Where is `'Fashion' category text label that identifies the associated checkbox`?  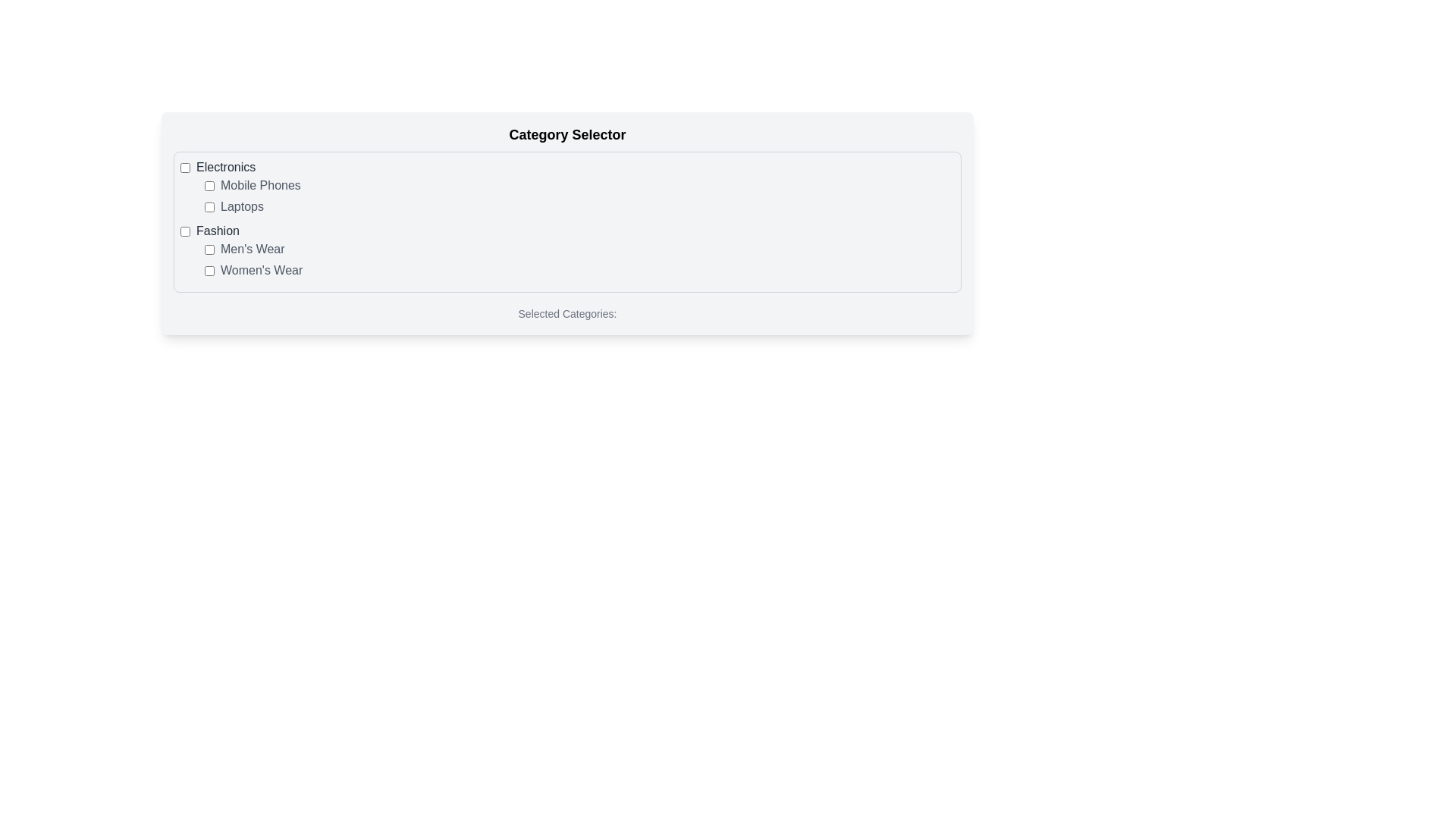 'Fashion' category text label that identifies the associated checkbox is located at coordinates (217, 231).